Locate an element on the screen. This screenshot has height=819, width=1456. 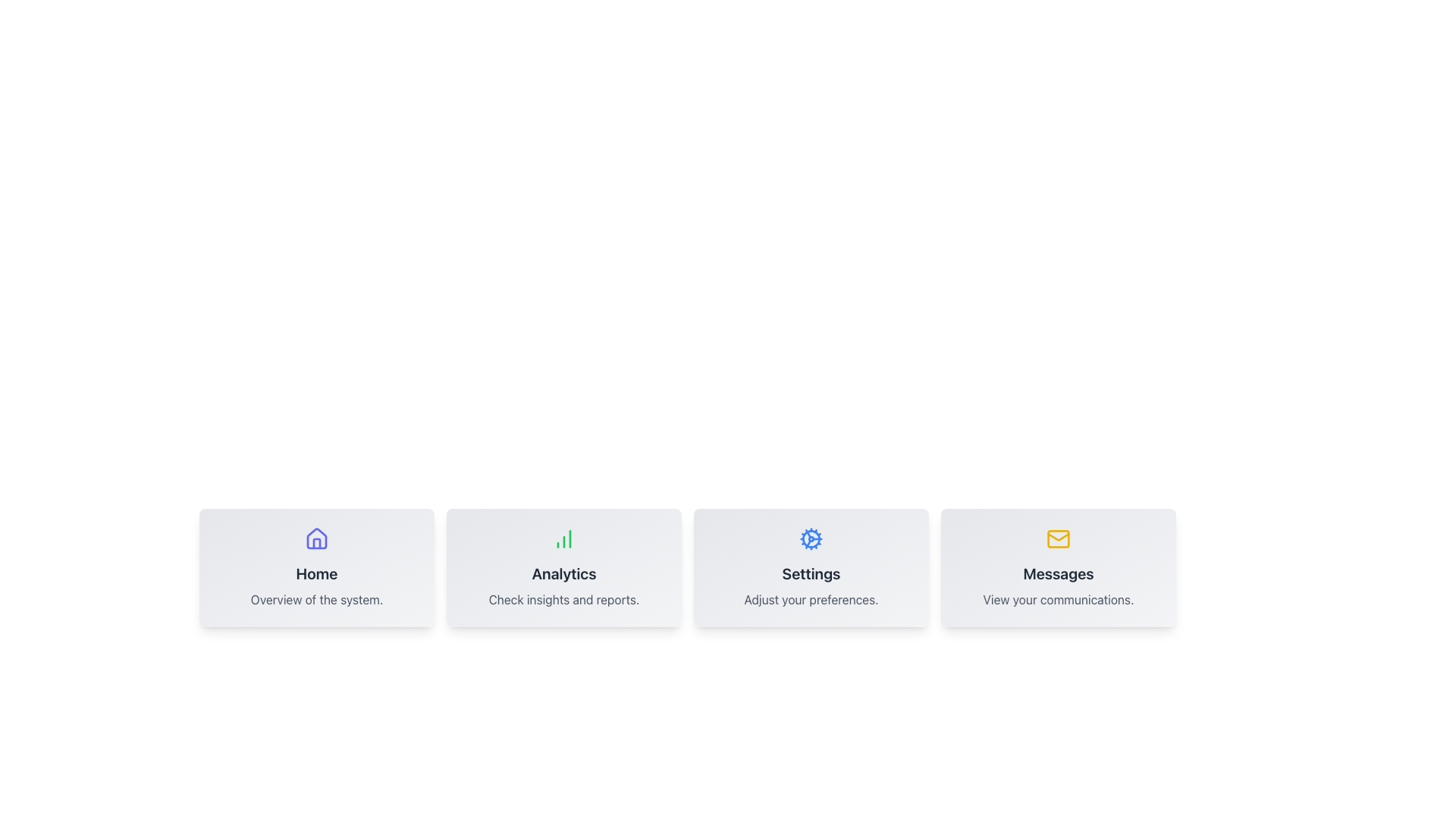
the rectangular base of the mail icon with a yellow outline, located within the envelope icon of the 'Messages' feature, which is the fourth card in the row of features is located at coordinates (1058, 538).